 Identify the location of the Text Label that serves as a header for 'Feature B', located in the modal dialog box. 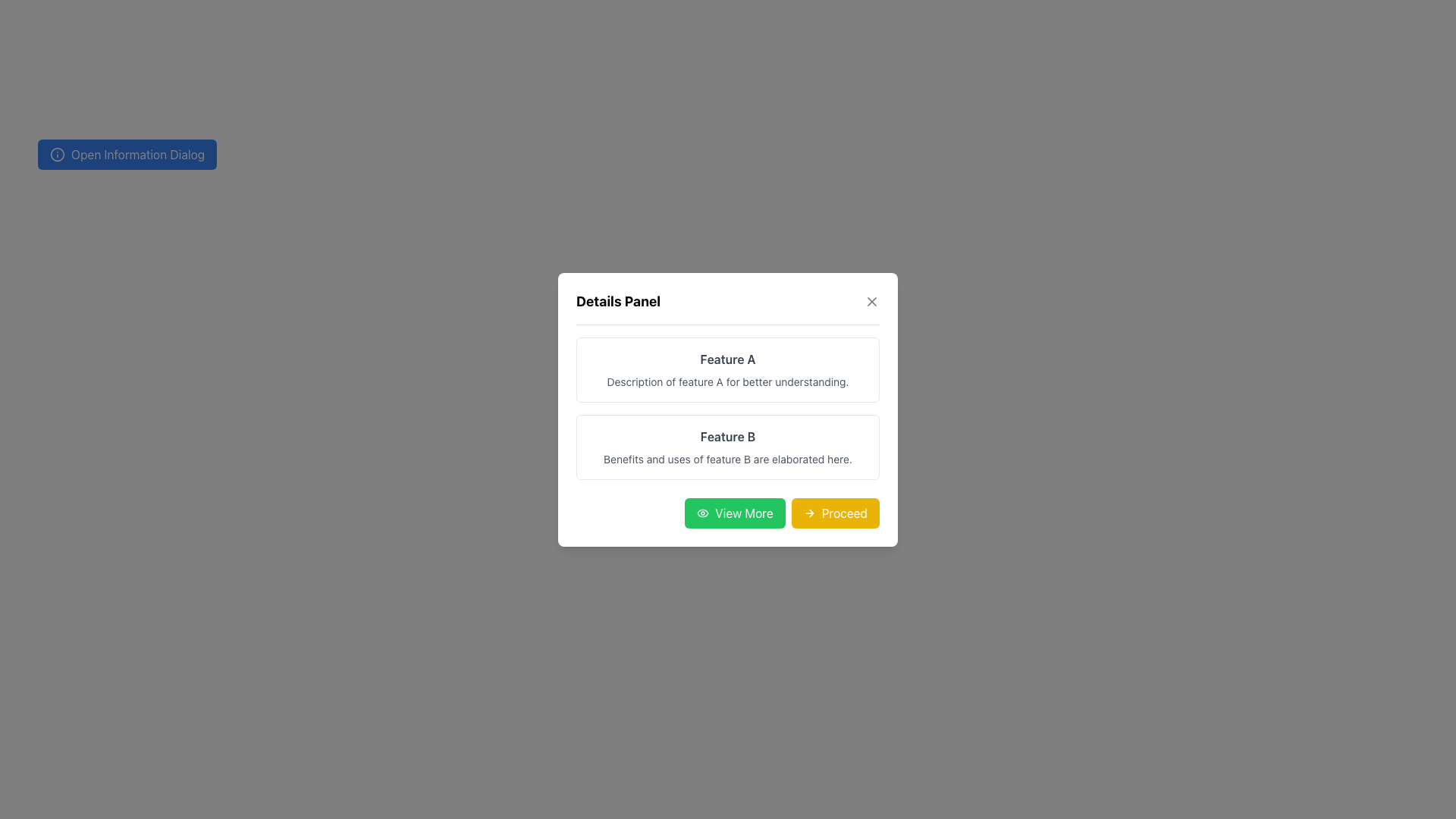
(728, 435).